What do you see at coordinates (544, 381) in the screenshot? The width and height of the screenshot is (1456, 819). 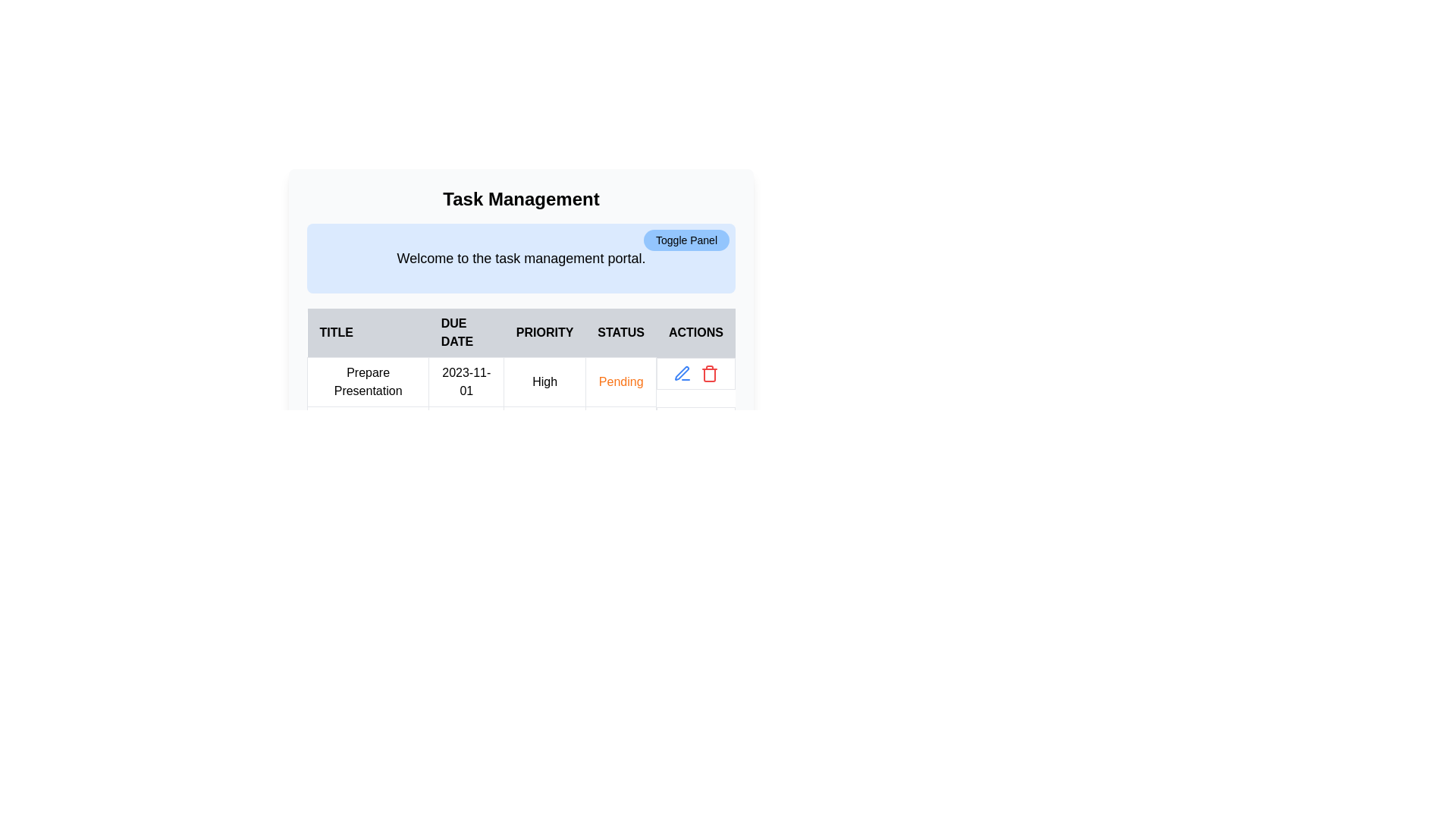 I see `the text label indicating the priority level of the task 'Prepare Presentation' in the management table, located in the third column before the 'STATUS' column` at bounding box center [544, 381].